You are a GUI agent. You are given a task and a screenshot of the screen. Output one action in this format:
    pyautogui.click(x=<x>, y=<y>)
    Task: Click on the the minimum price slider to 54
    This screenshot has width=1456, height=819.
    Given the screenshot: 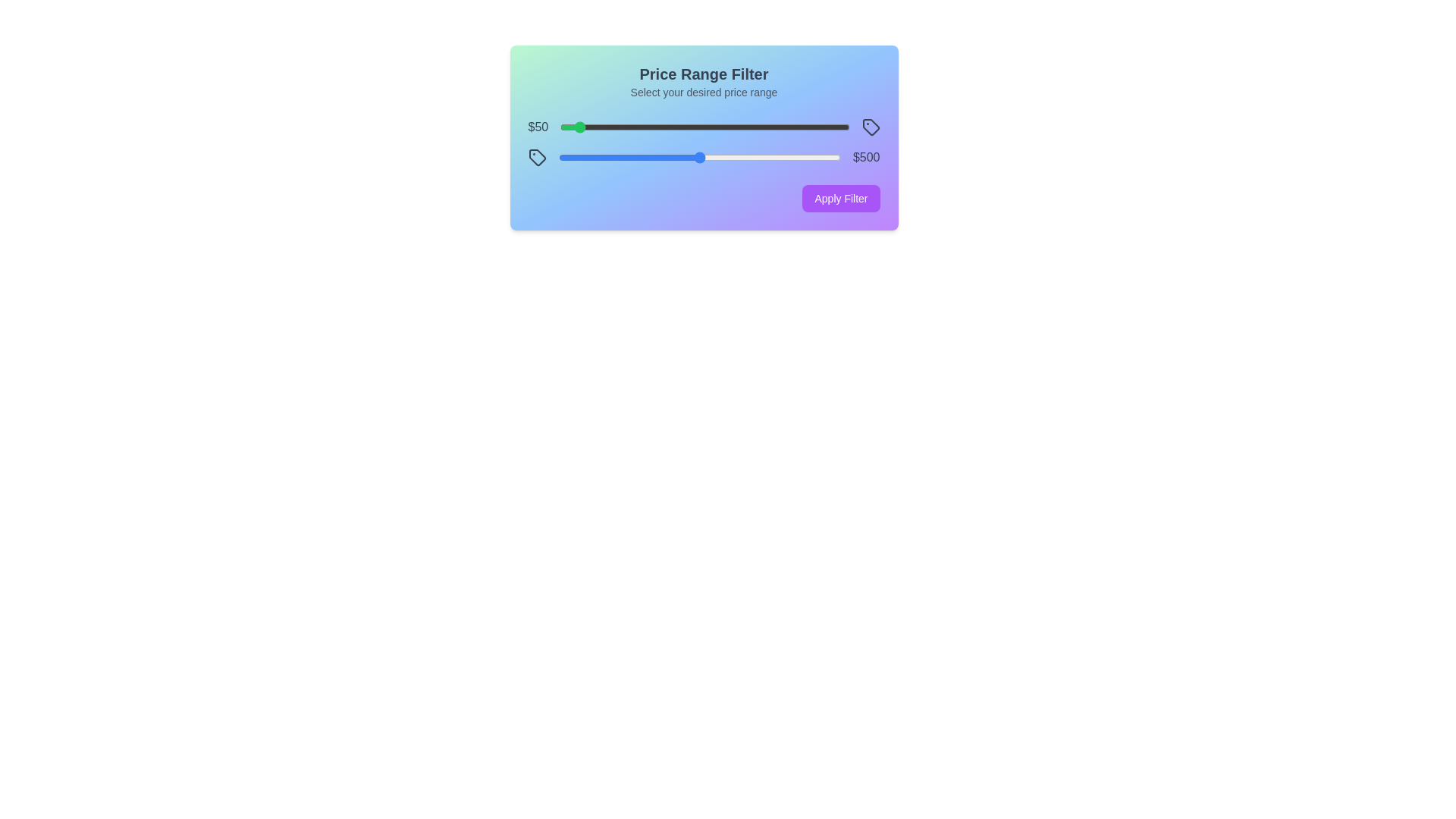 What is the action you would take?
    pyautogui.click(x=575, y=127)
    